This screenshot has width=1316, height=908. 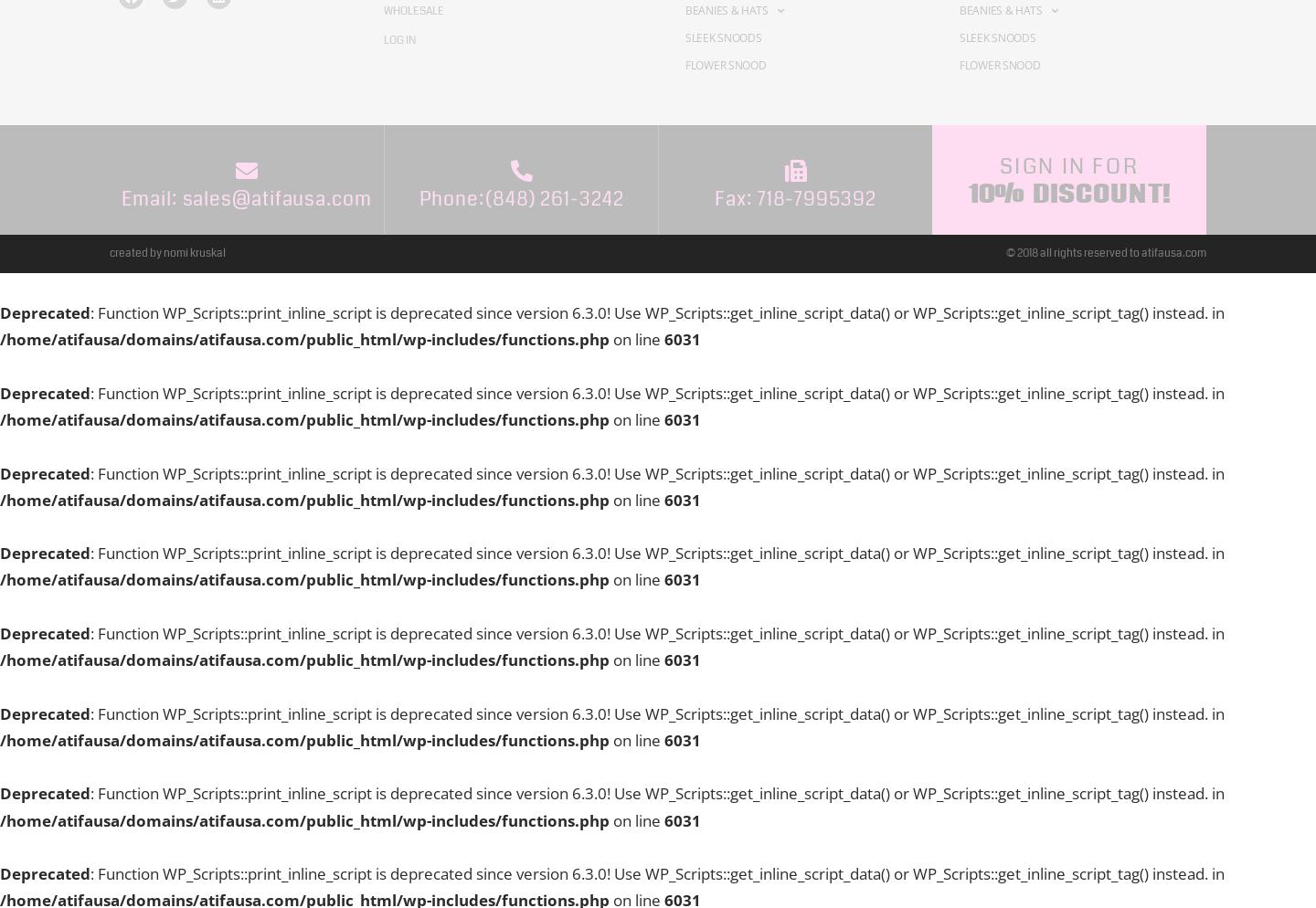 I want to click on 'Phone:(848) 261-3242', so click(x=520, y=197).